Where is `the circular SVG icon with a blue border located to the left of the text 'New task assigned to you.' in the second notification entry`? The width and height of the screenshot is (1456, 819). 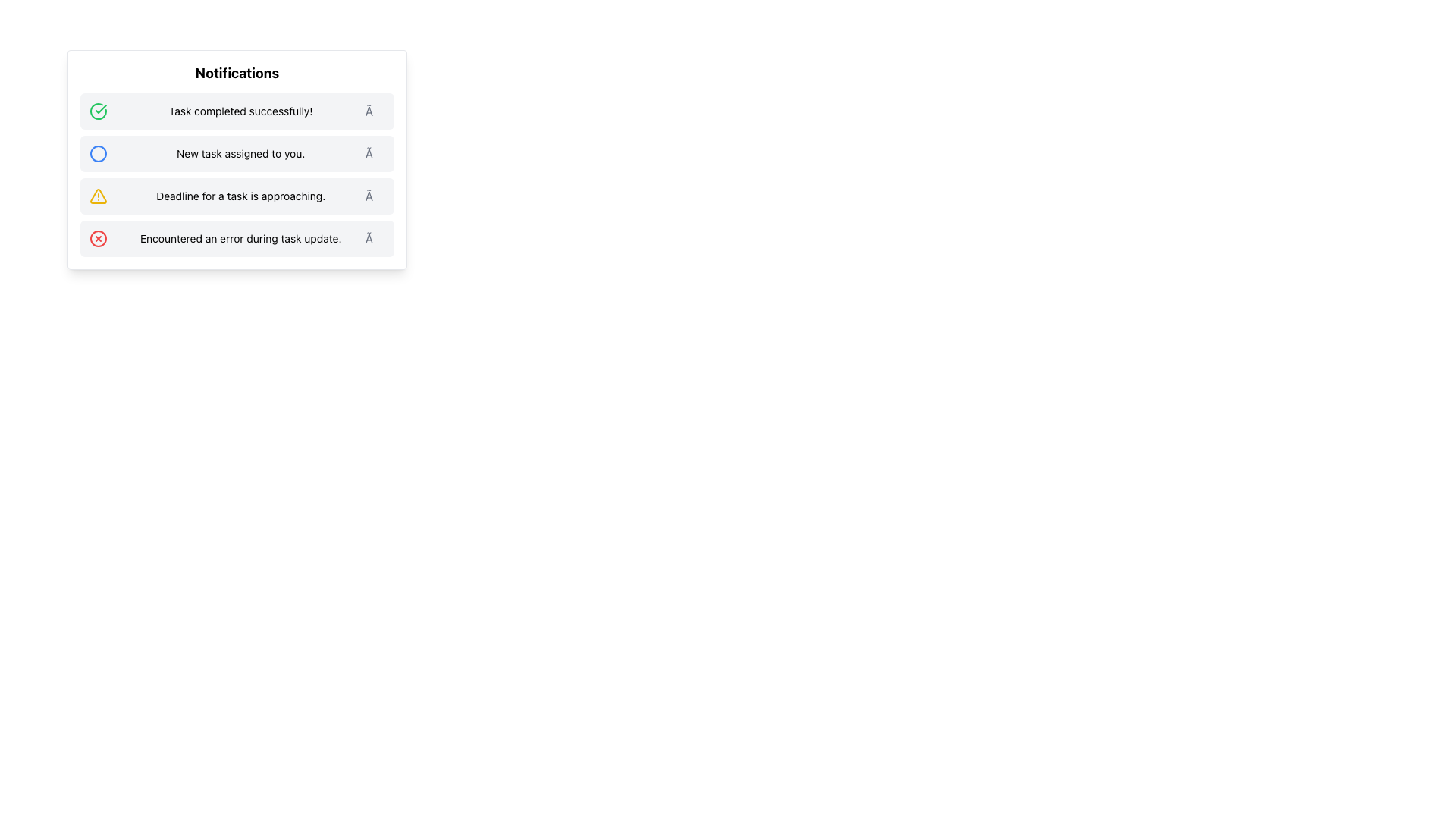 the circular SVG icon with a blue border located to the left of the text 'New task assigned to you.' in the second notification entry is located at coordinates (97, 154).